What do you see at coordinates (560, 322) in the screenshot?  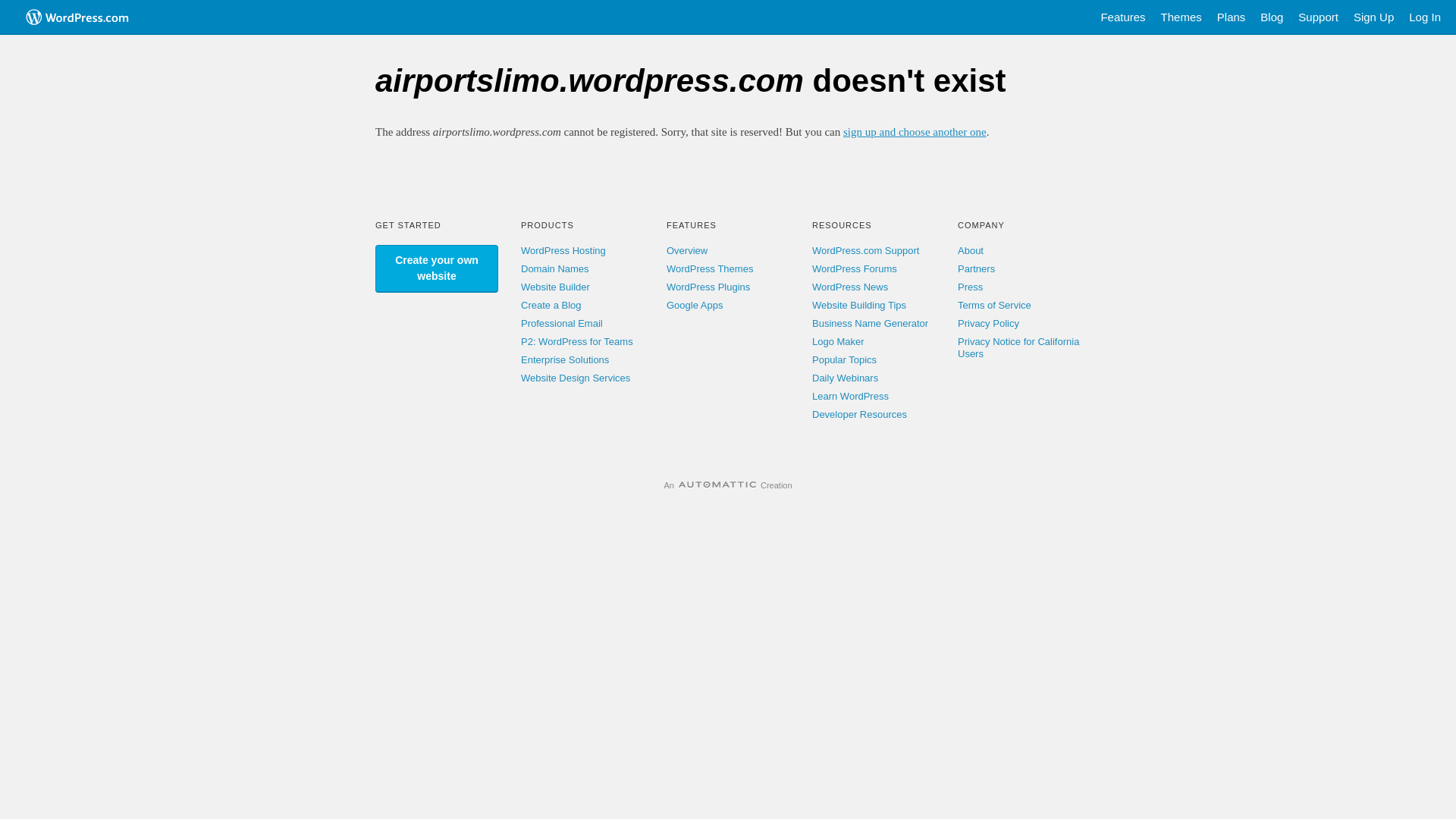 I see `'Professional Email'` at bounding box center [560, 322].